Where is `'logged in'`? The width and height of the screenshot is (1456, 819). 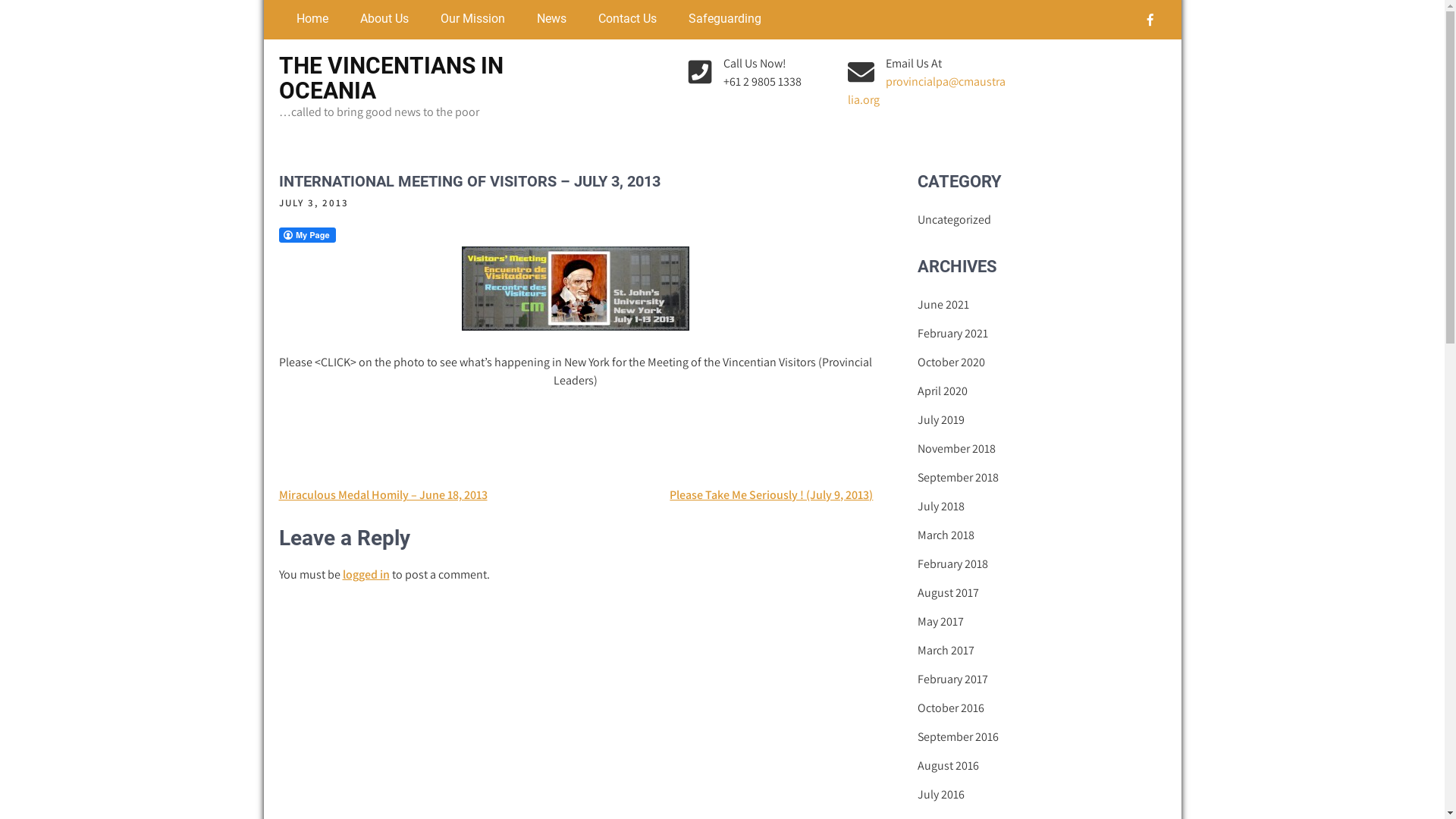 'logged in' is located at coordinates (366, 574).